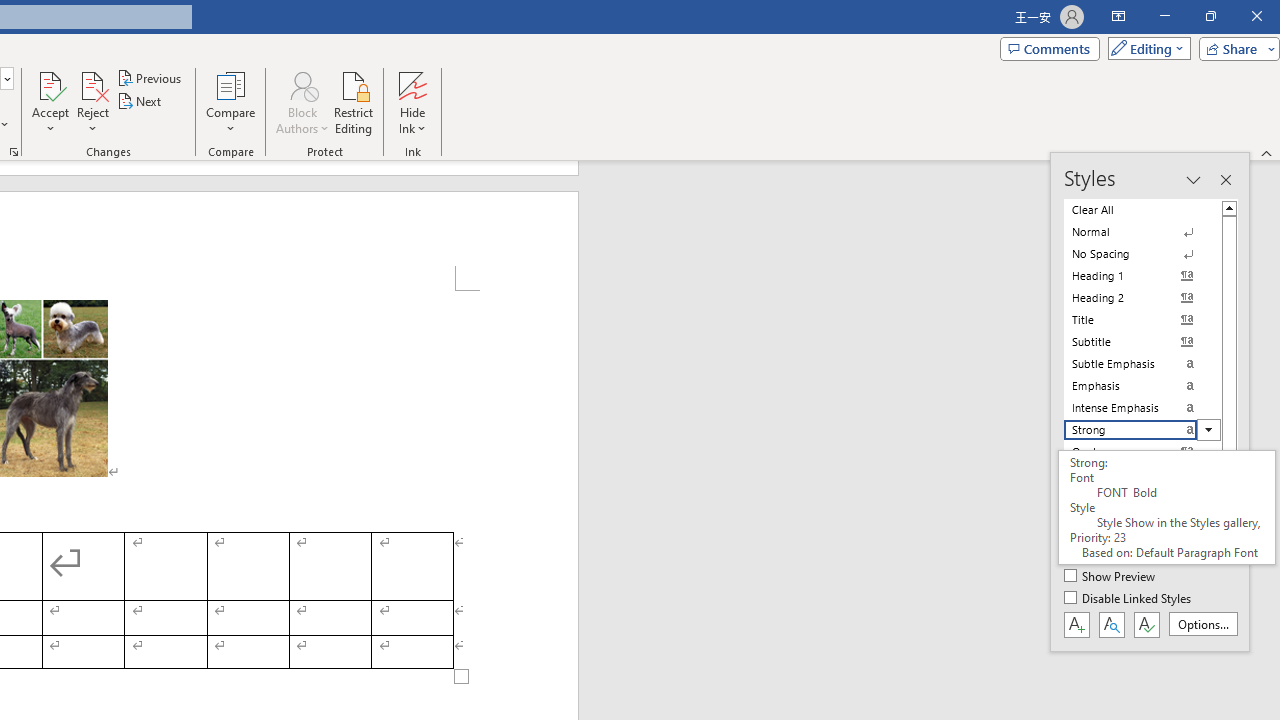 This screenshot has height=720, width=1280. Describe the element at coordinates (1110, 577) in the screenshot. I see `'Show Preview'` at that location.